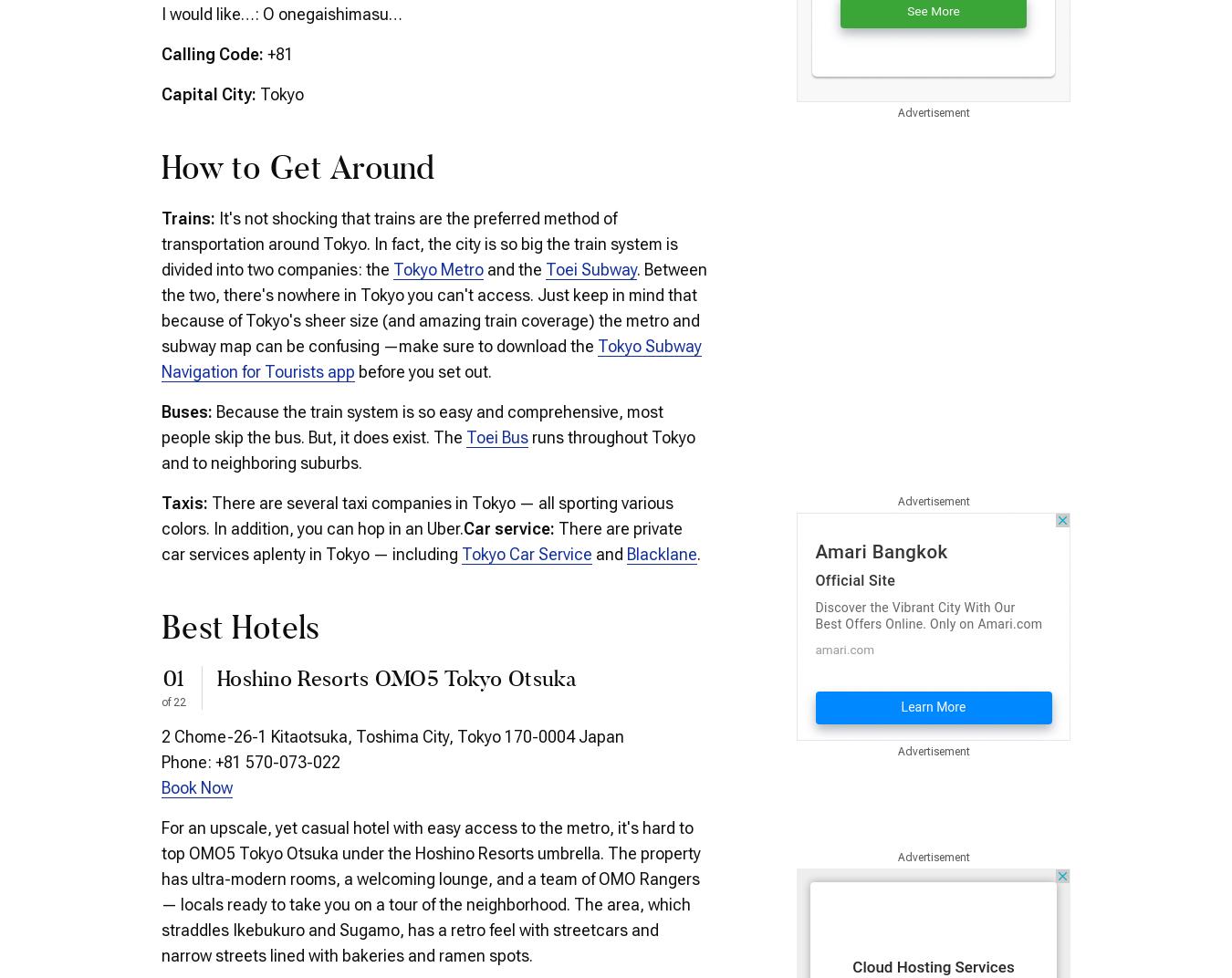 Image resolution: width=1232 pixels, height=978 pixels. What do you see at coordinates (515, 267) in the screenshot?
I see `'and the'` at bounding box center [515, 267].